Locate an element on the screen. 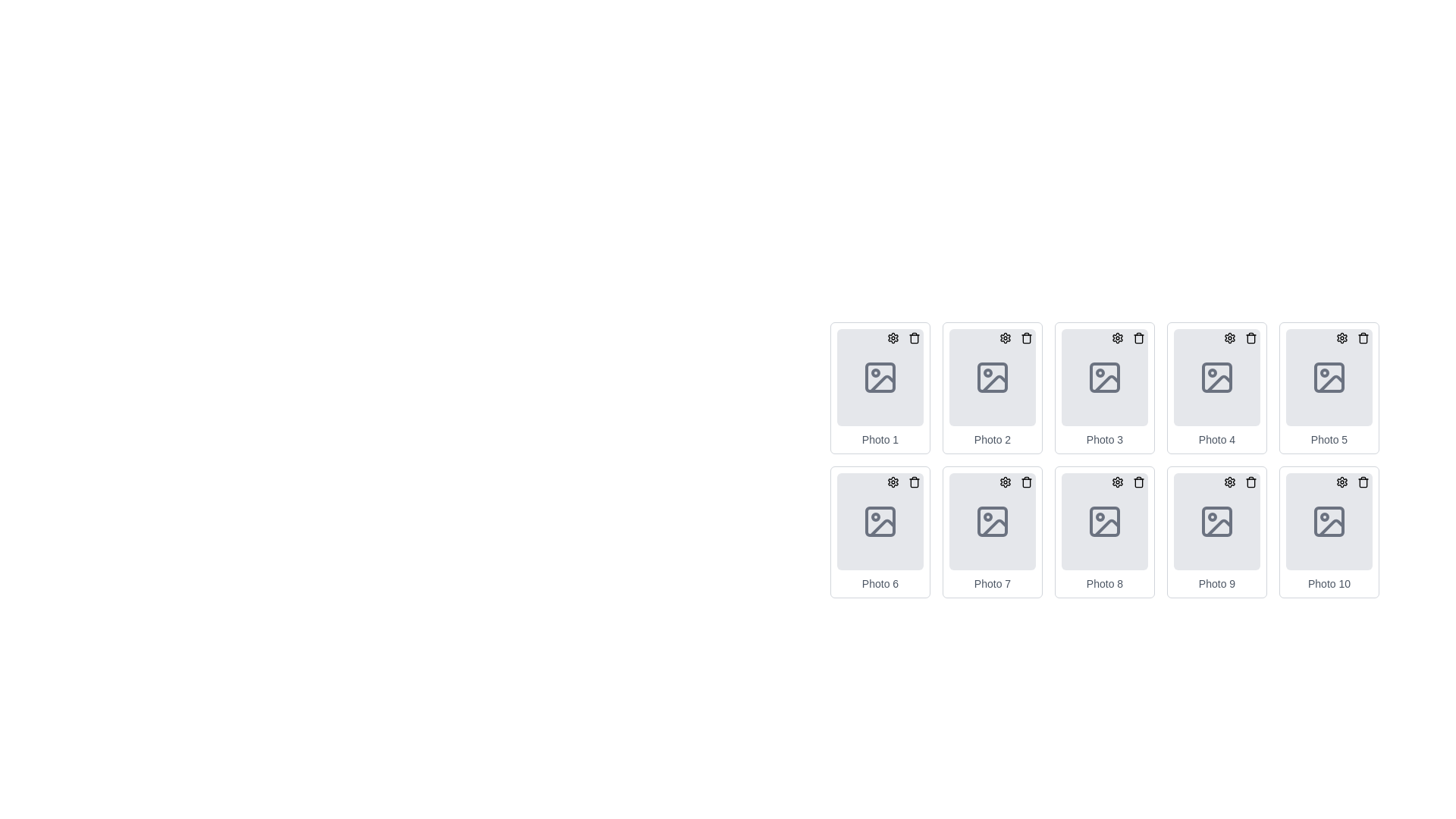 Image resolution: width=1456 pixels, height=819 pixels. the settings button located in the top-right corner of the 'Photo 7' card is located at coordinates (1005, 482).